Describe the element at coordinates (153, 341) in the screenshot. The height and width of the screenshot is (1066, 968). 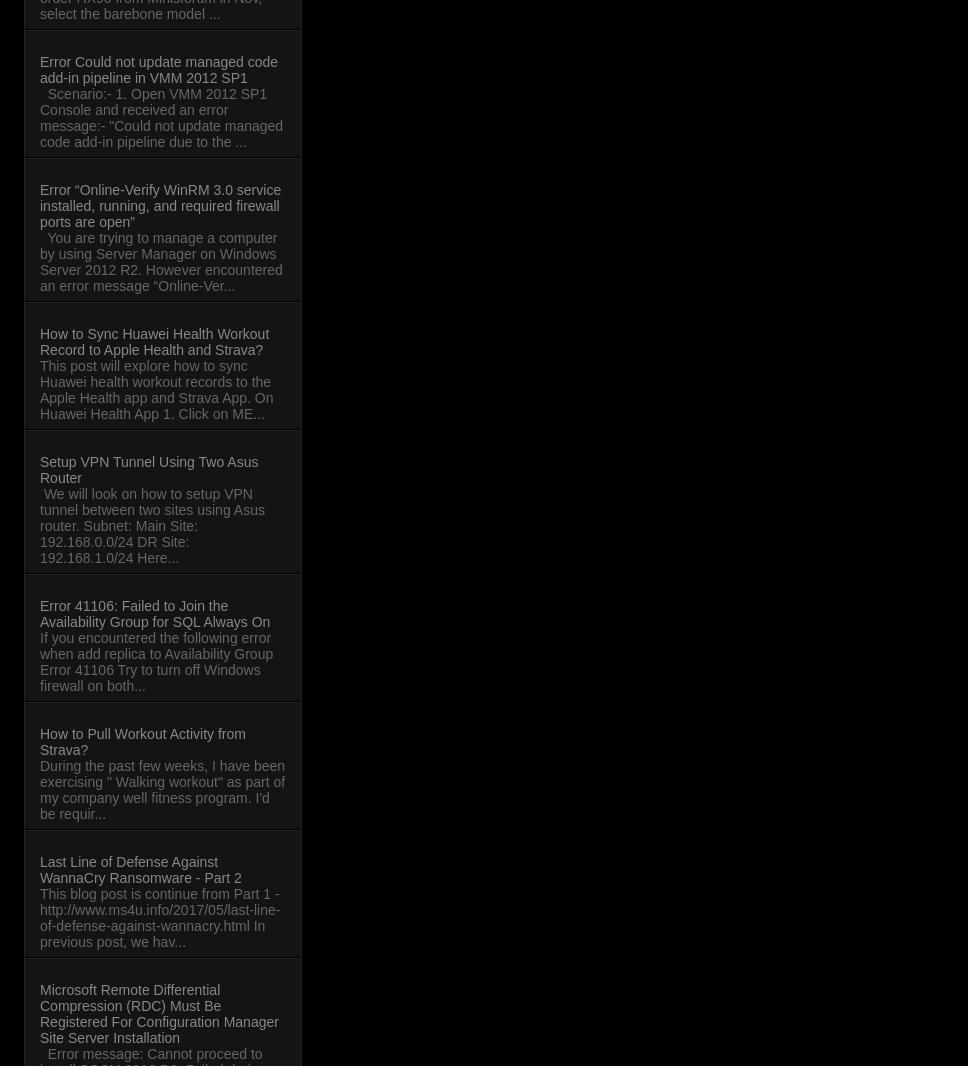
I see `'How to Sync Huawei Health Workout Record to Apple Health and Strava?'` at that location.